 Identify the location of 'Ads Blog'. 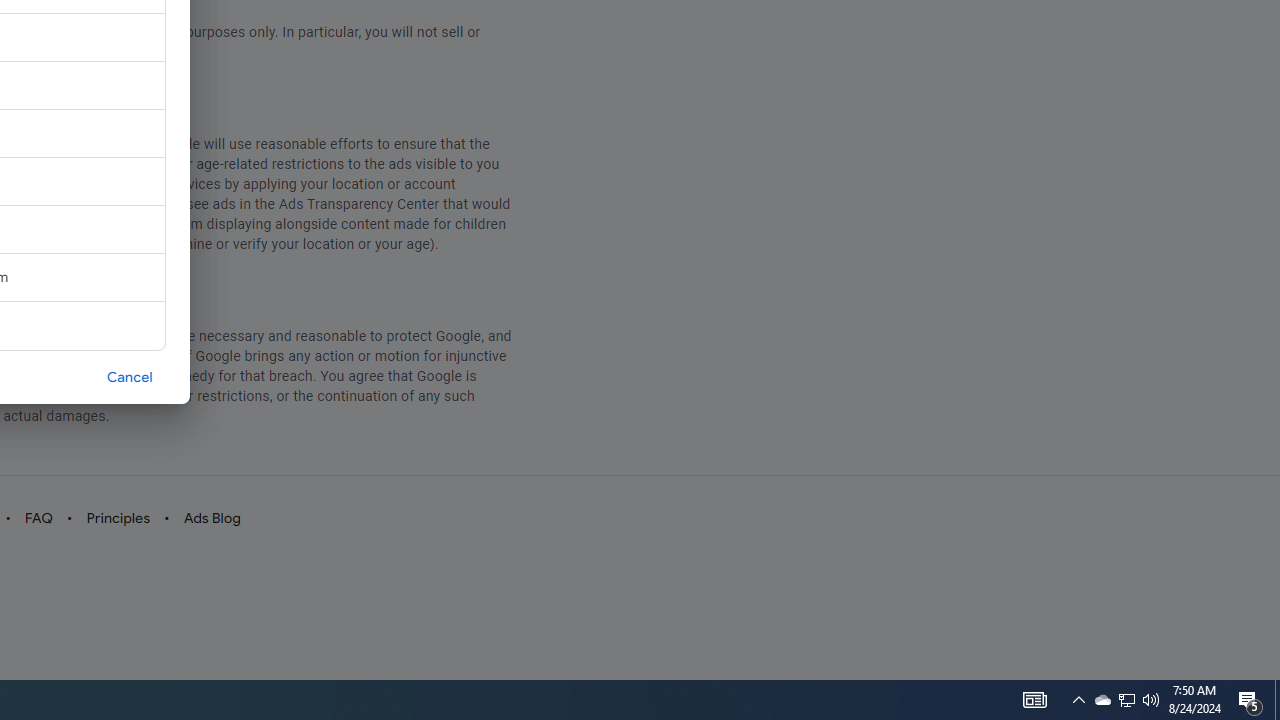
(211, 517).